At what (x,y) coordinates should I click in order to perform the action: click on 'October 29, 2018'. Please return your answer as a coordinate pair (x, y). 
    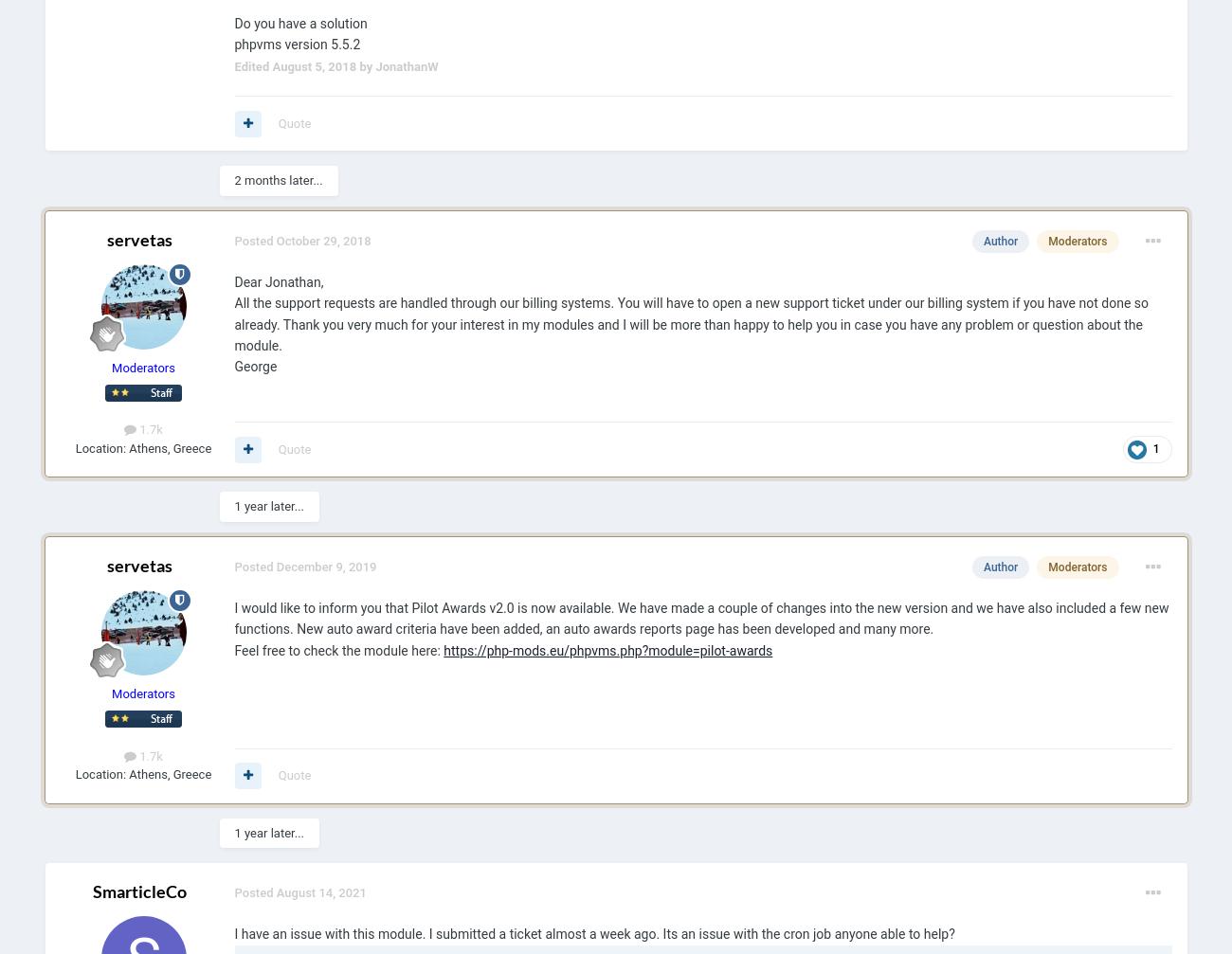
    Looking at the image, I should click on (321, 240).